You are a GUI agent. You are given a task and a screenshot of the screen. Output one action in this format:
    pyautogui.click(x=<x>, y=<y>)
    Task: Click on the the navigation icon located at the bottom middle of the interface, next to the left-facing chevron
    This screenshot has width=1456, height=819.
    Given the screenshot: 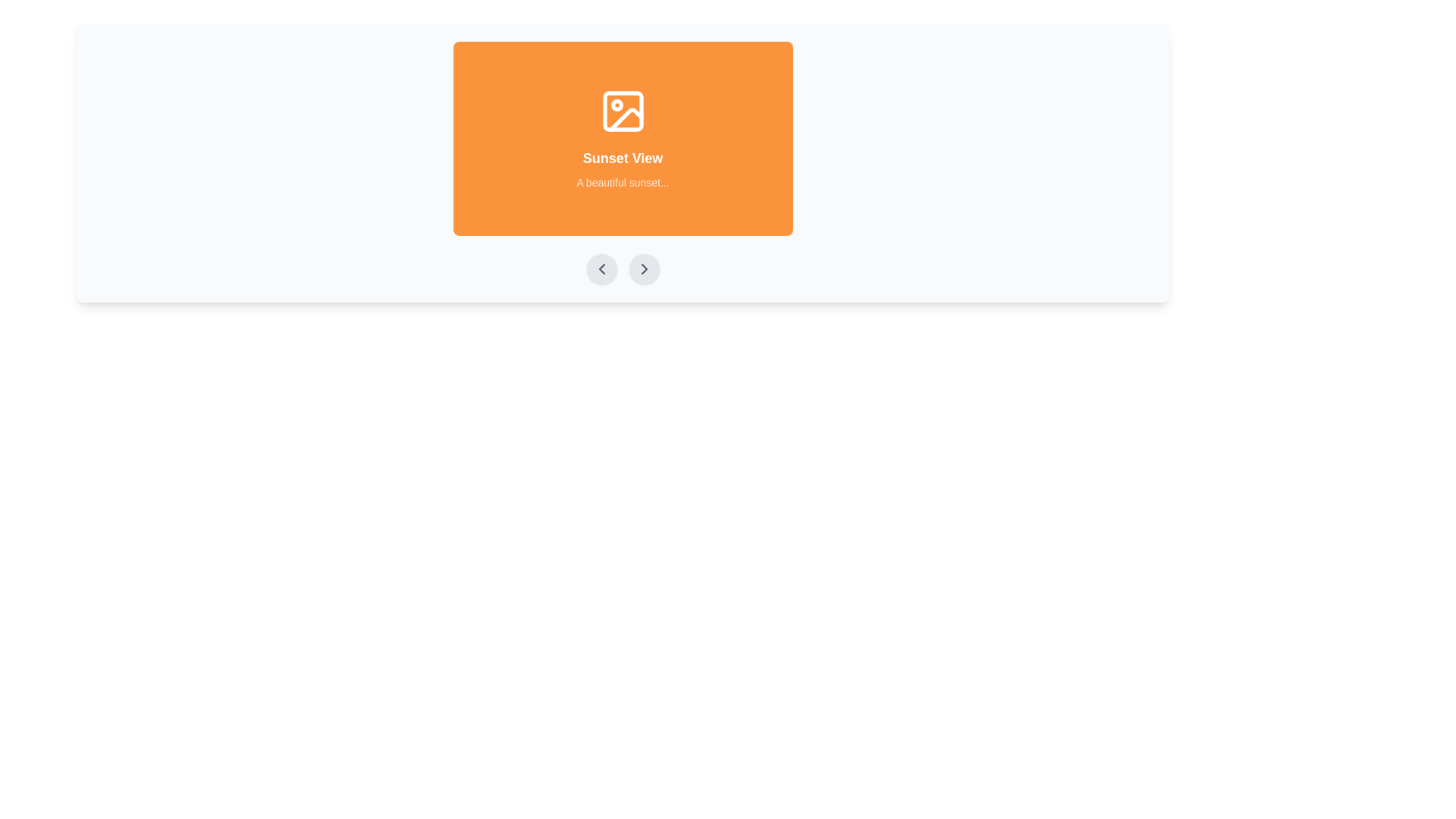 What is the action you would take?
    pyautogui.click(x=644, y=268)
    